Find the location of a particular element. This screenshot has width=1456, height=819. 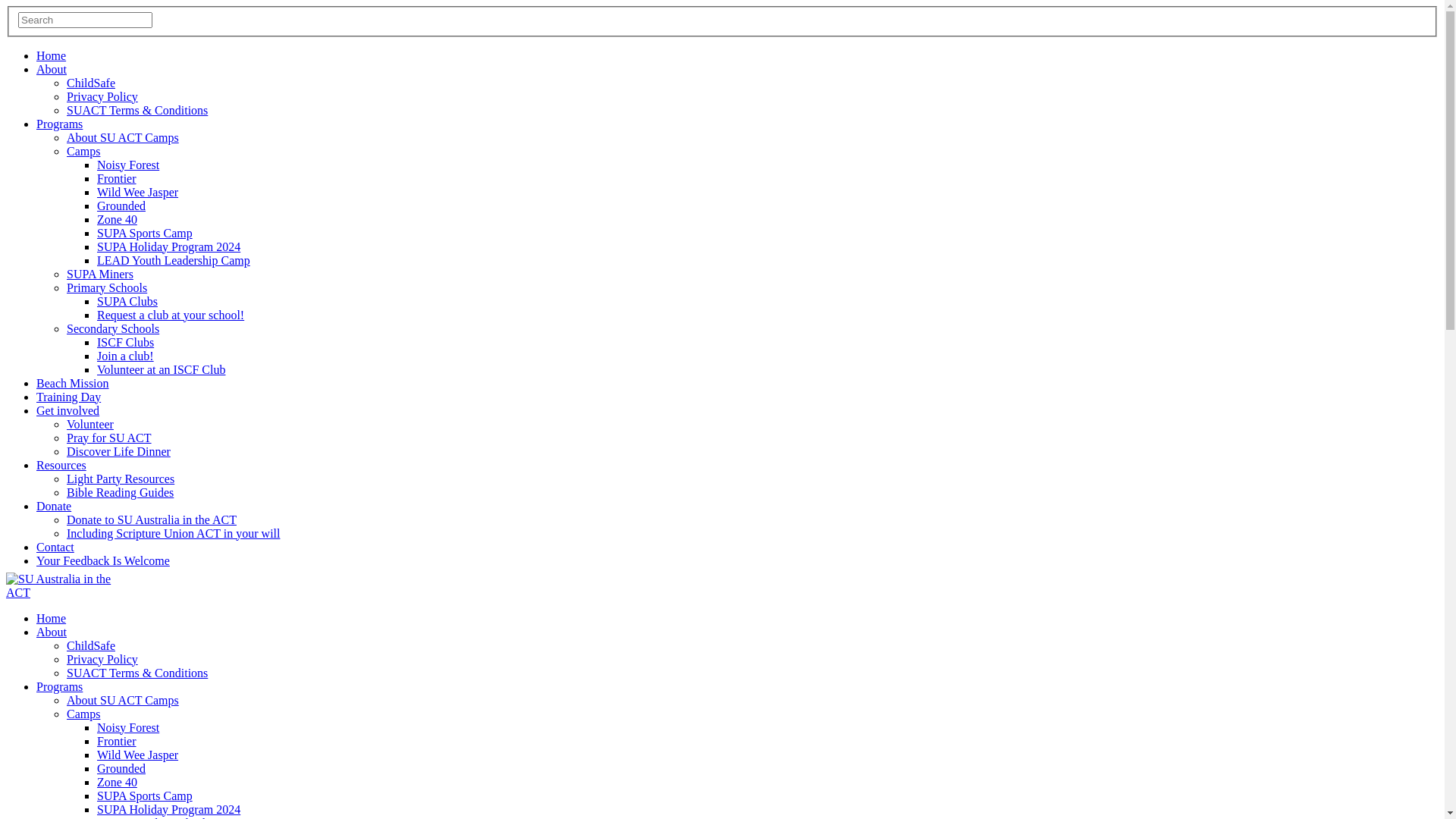

'SUPA Miners' is located at coordinates (99, 274).